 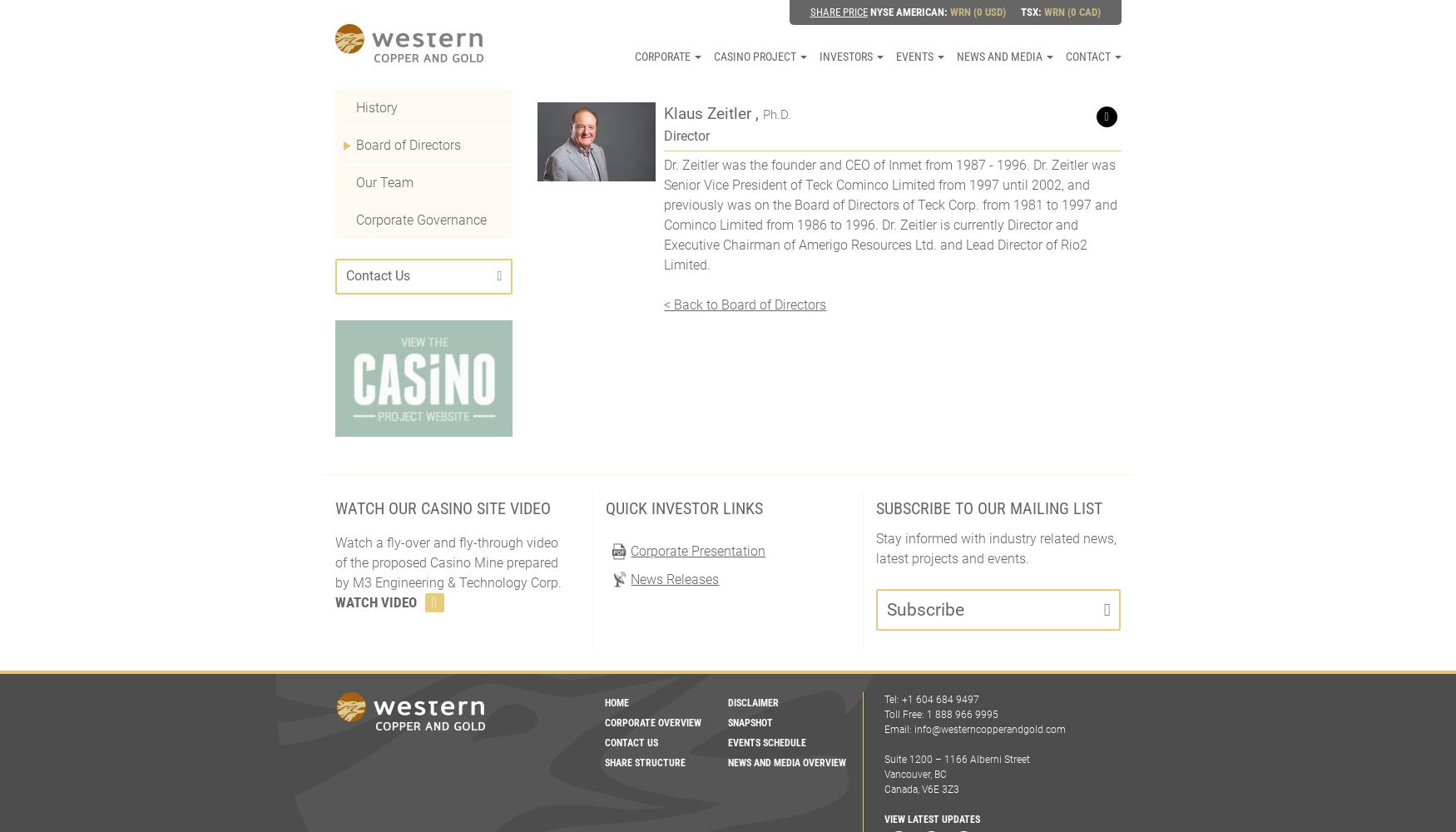 What do you see at coordinates (883, 789) in the screenshot?
I see `'Canada, V6E 3Z3'` at bounding box center [883, 789].